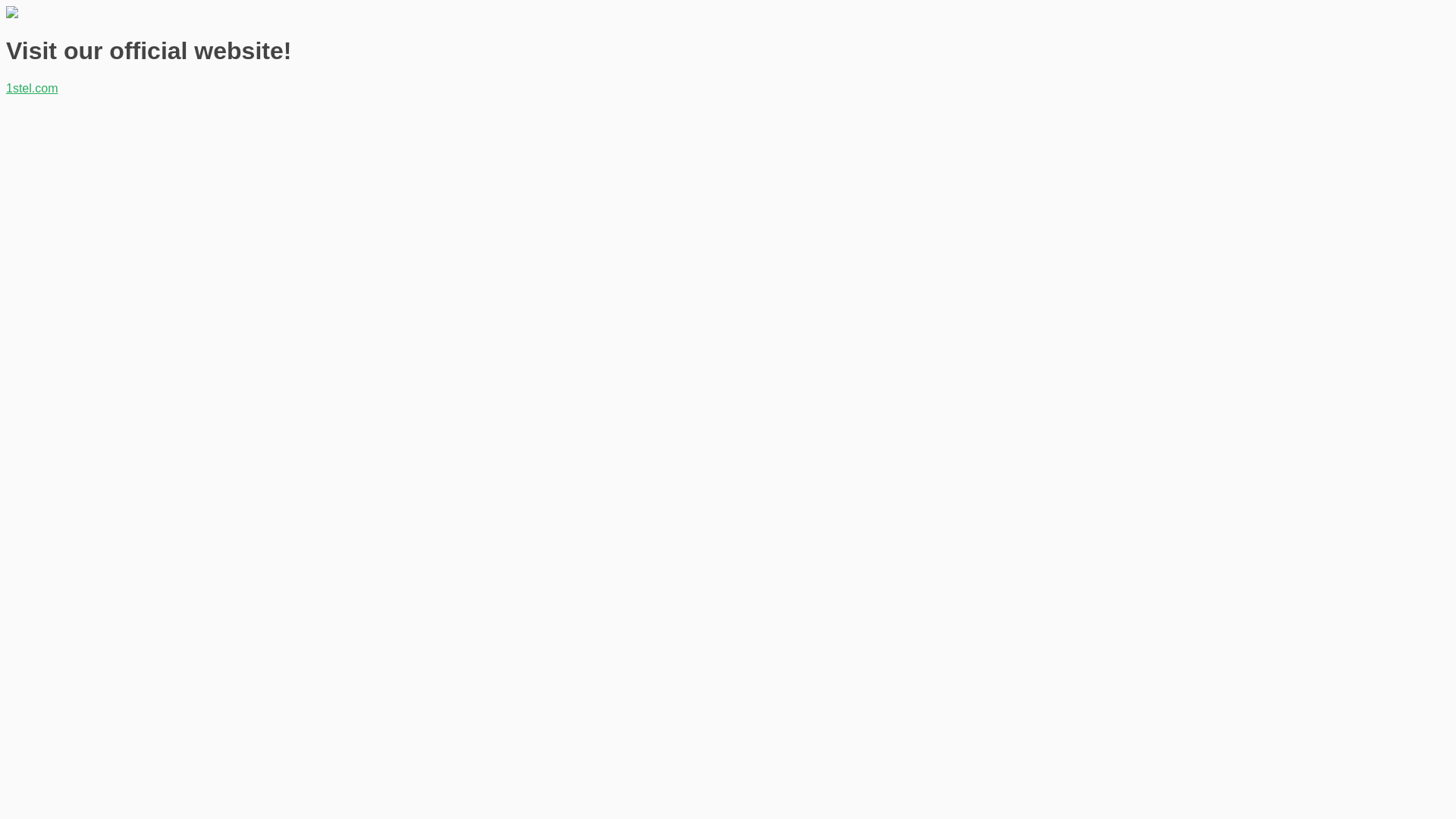 This screenshot has width=1456, height=819. Describe the element at coordinates (6, 88) in the screenshot. I see `'1stel.com'` at that location.